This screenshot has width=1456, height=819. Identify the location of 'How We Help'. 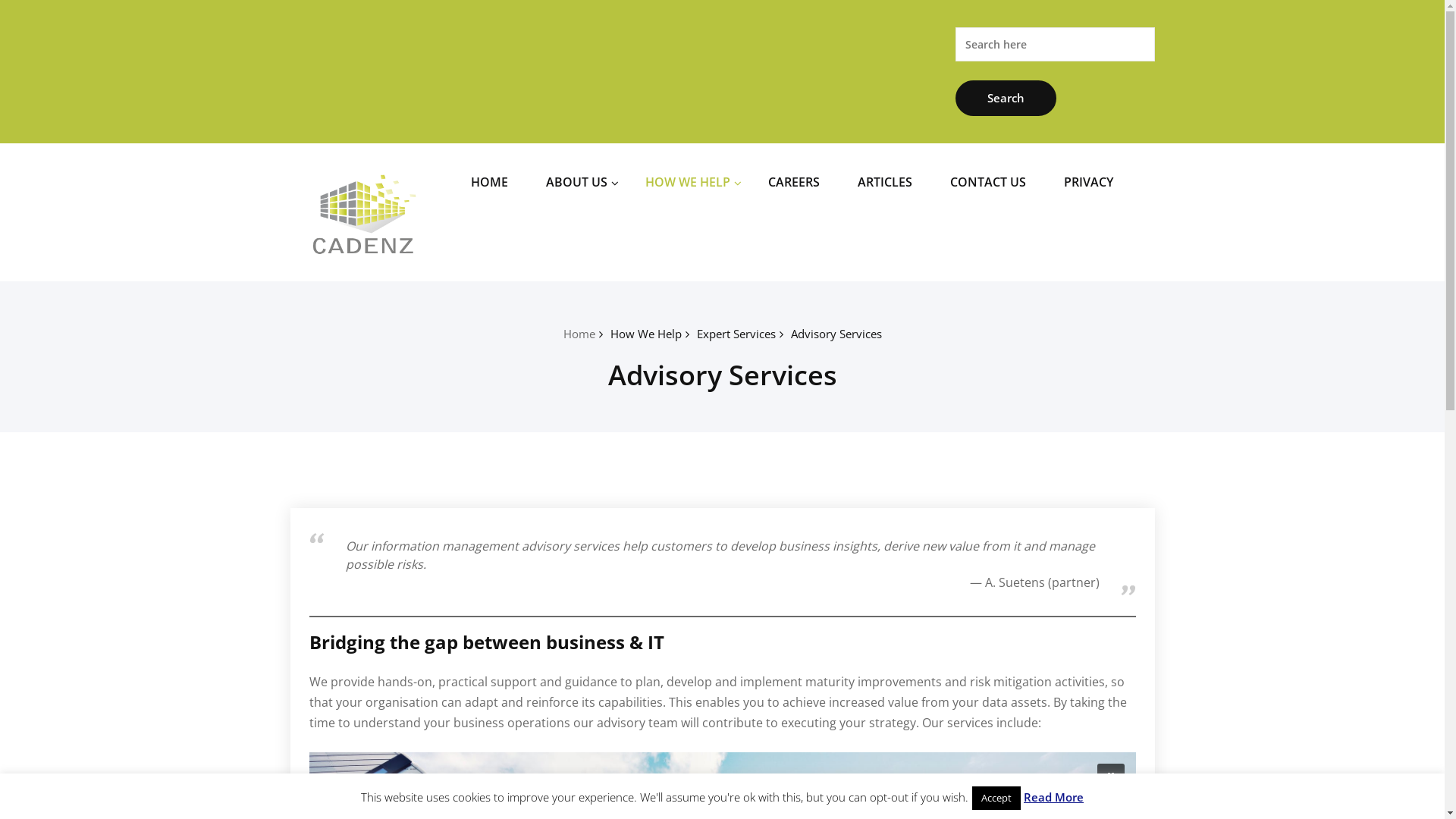
(645, 332).